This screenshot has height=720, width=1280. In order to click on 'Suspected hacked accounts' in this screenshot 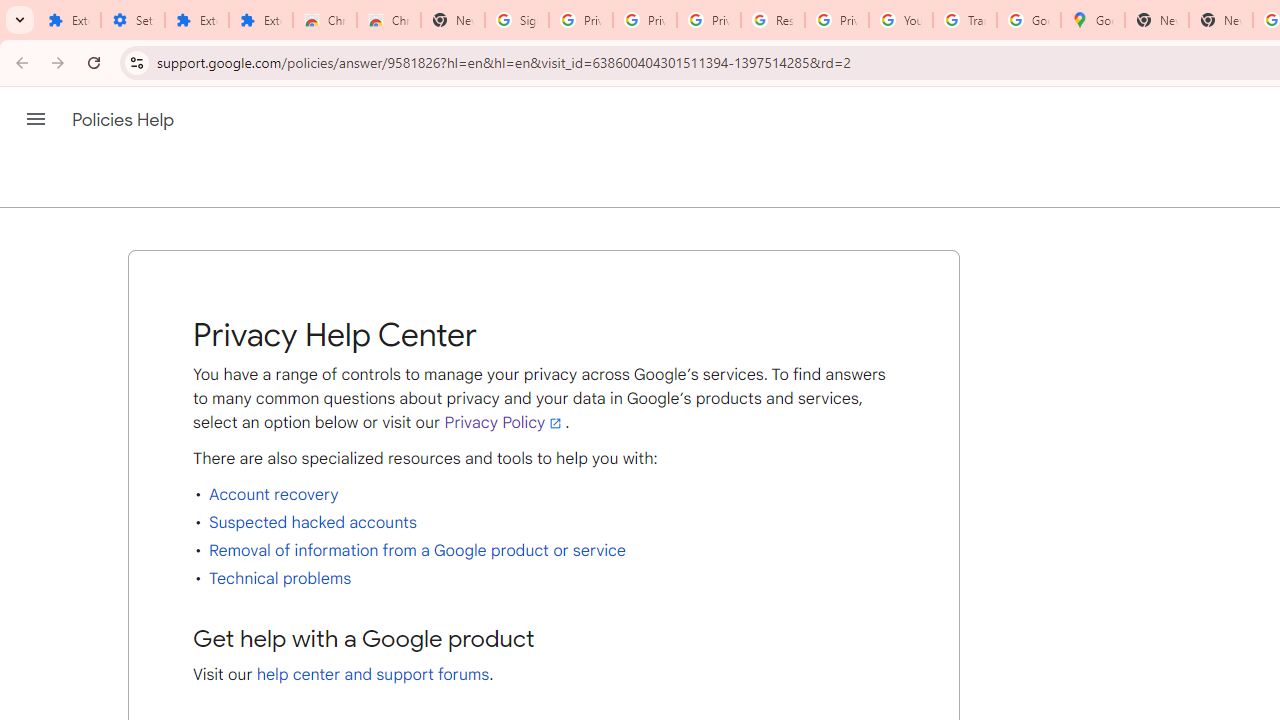, I will do `click(311, 521)`.